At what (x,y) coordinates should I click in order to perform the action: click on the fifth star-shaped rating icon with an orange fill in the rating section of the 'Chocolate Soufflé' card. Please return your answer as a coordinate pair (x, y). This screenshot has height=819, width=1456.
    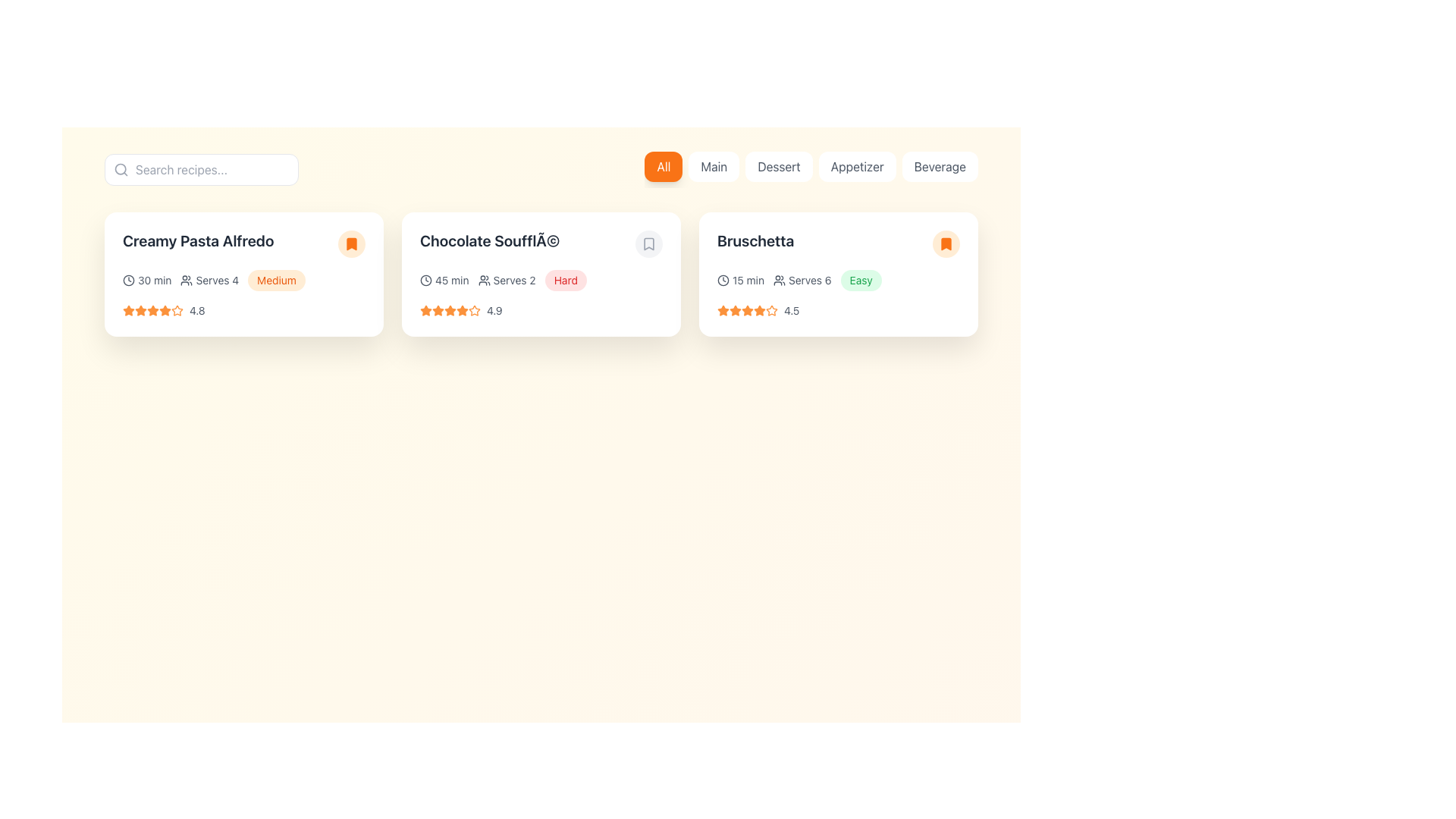
    Looking at the image, I should click on (450, 309).